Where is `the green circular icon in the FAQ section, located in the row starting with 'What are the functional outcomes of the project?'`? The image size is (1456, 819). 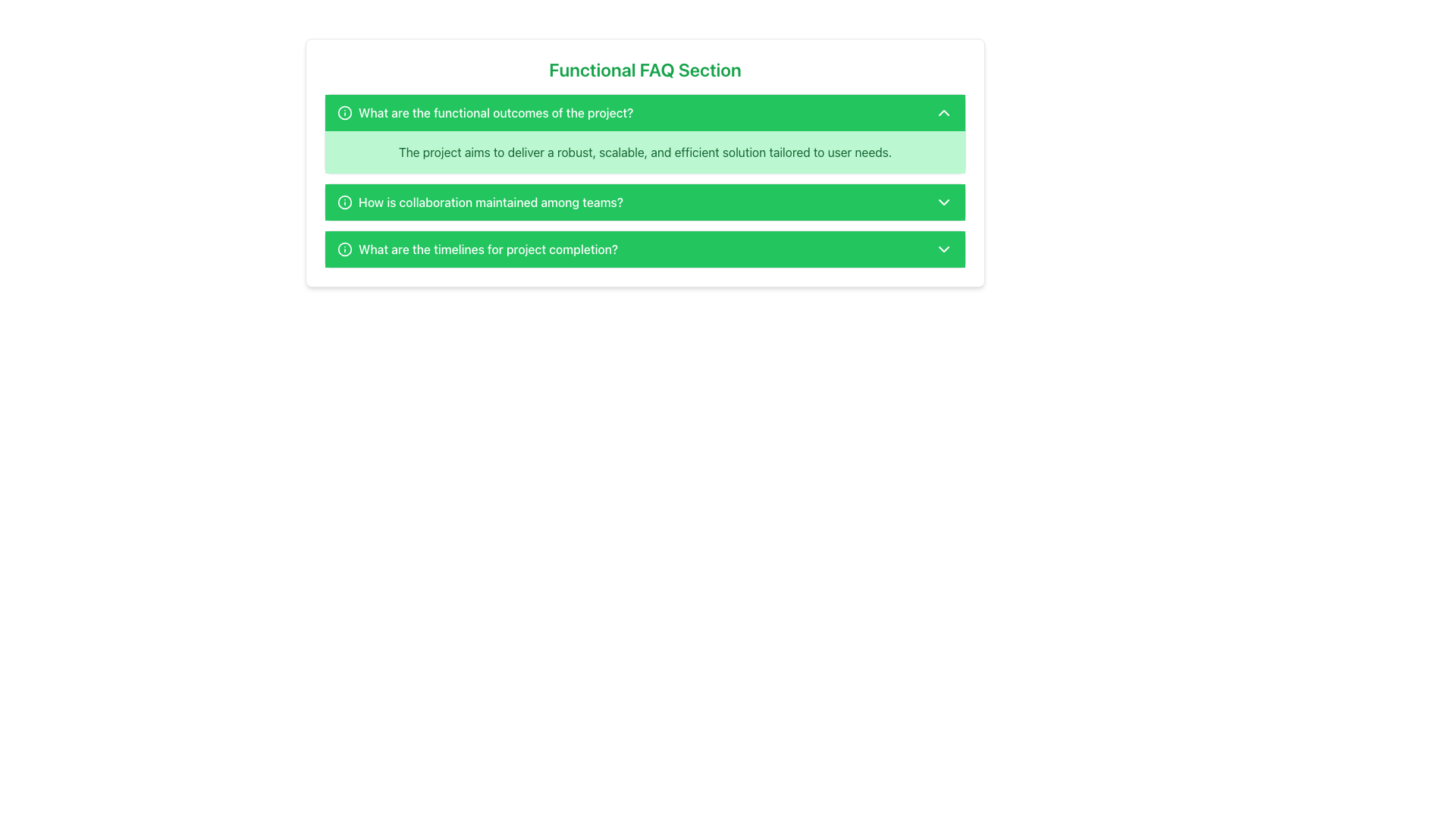 the green circular icon in the FAQ section, located in the row starting with 'What are the functional outcomes of the project?' is located at coordinates (344, 112).